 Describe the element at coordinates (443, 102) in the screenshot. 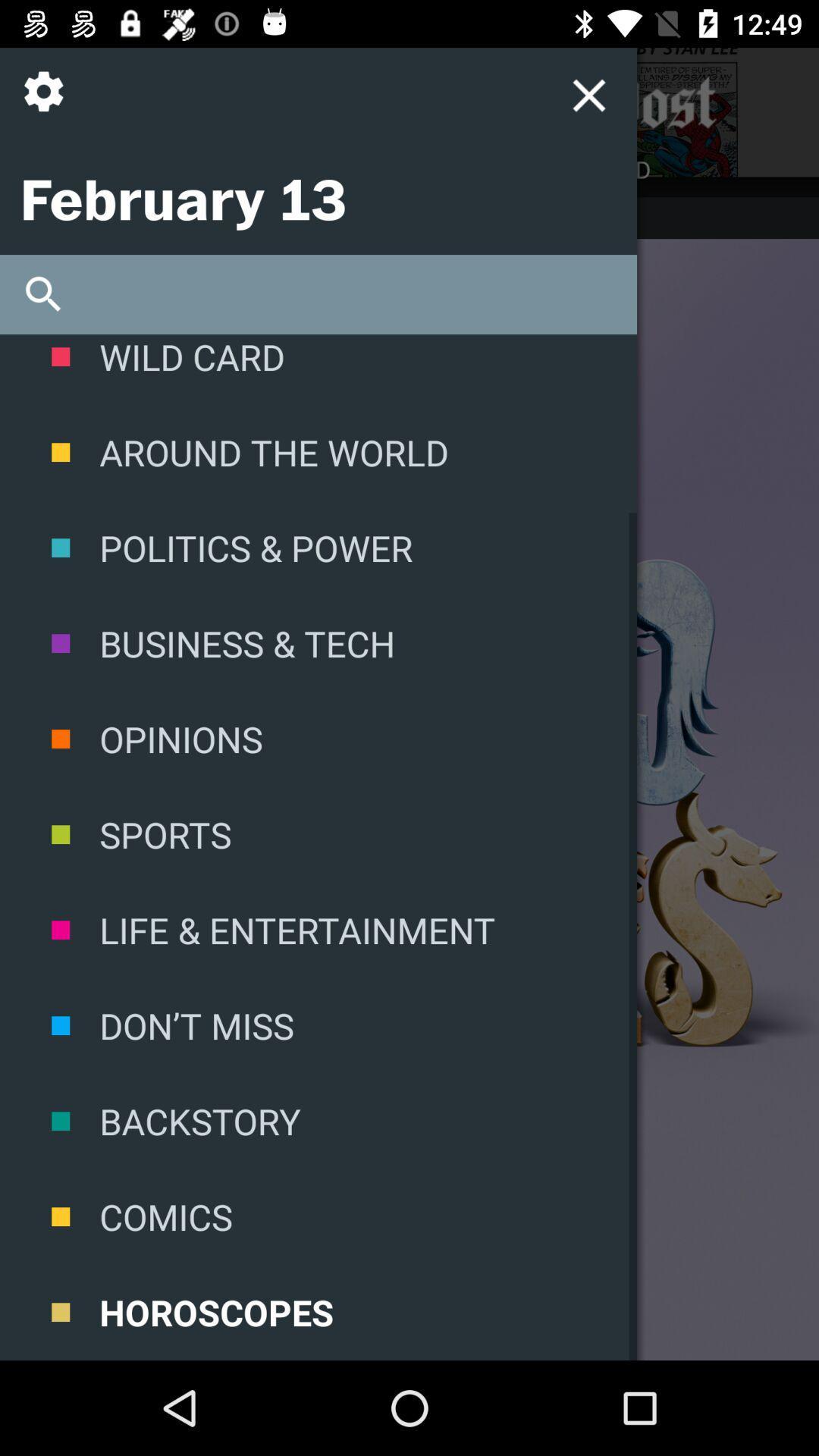

I see `the menu` at that location.